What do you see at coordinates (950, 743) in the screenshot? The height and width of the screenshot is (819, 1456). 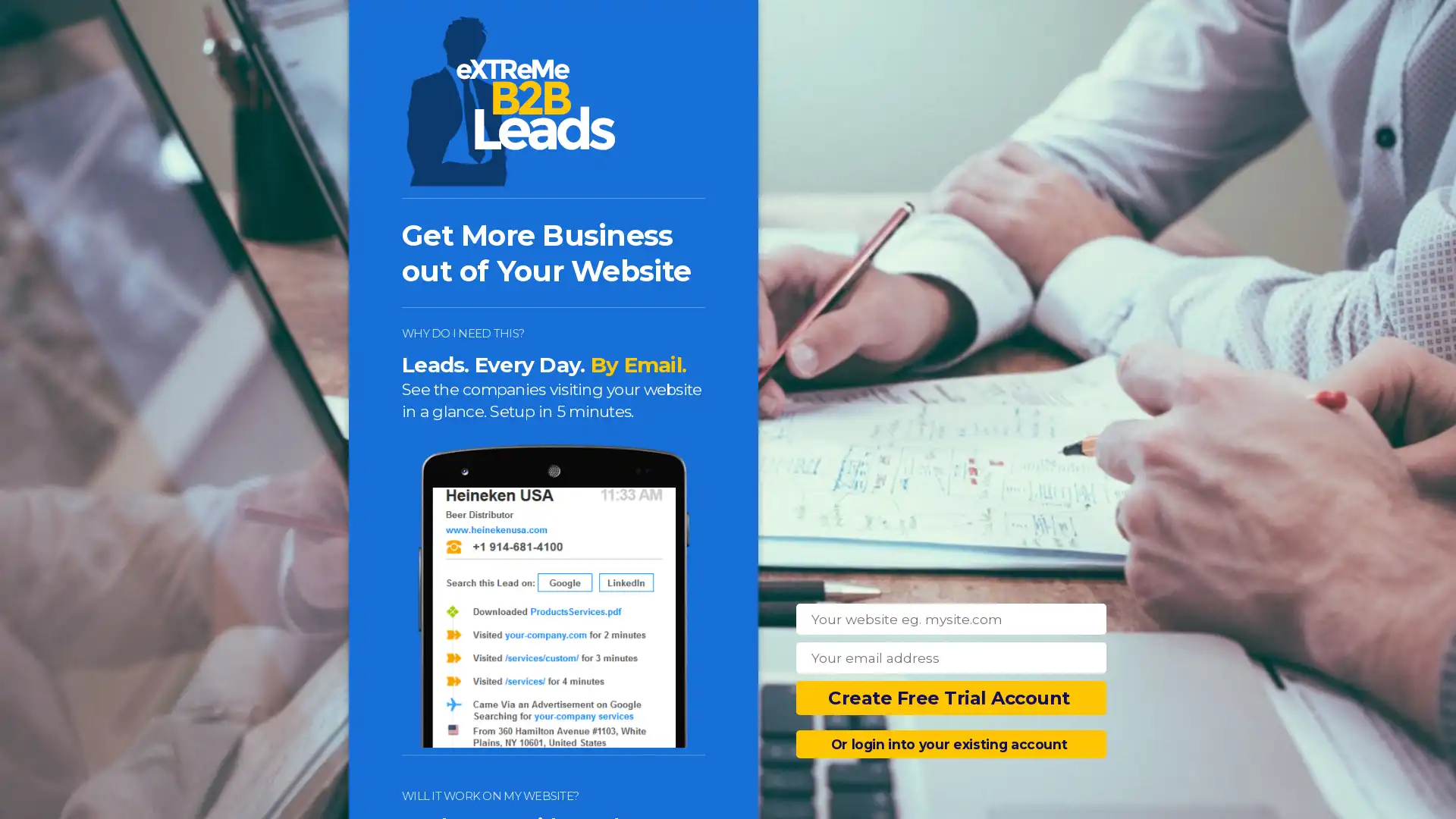 I see `Or login into your existing account` at bounding box center [950, 743].